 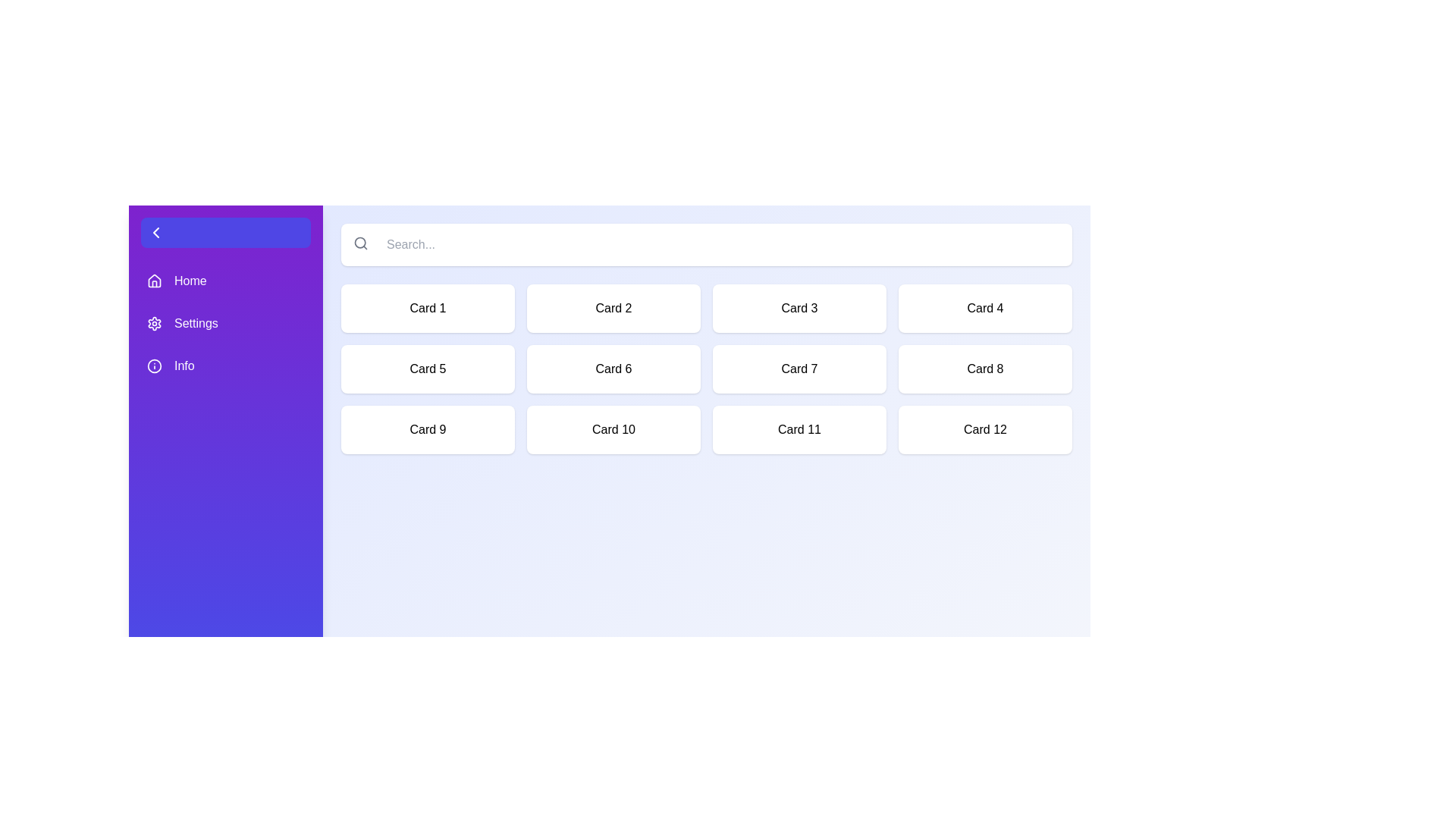 I want to click on button to toggle the drawer state, so click(x=224, y=233).